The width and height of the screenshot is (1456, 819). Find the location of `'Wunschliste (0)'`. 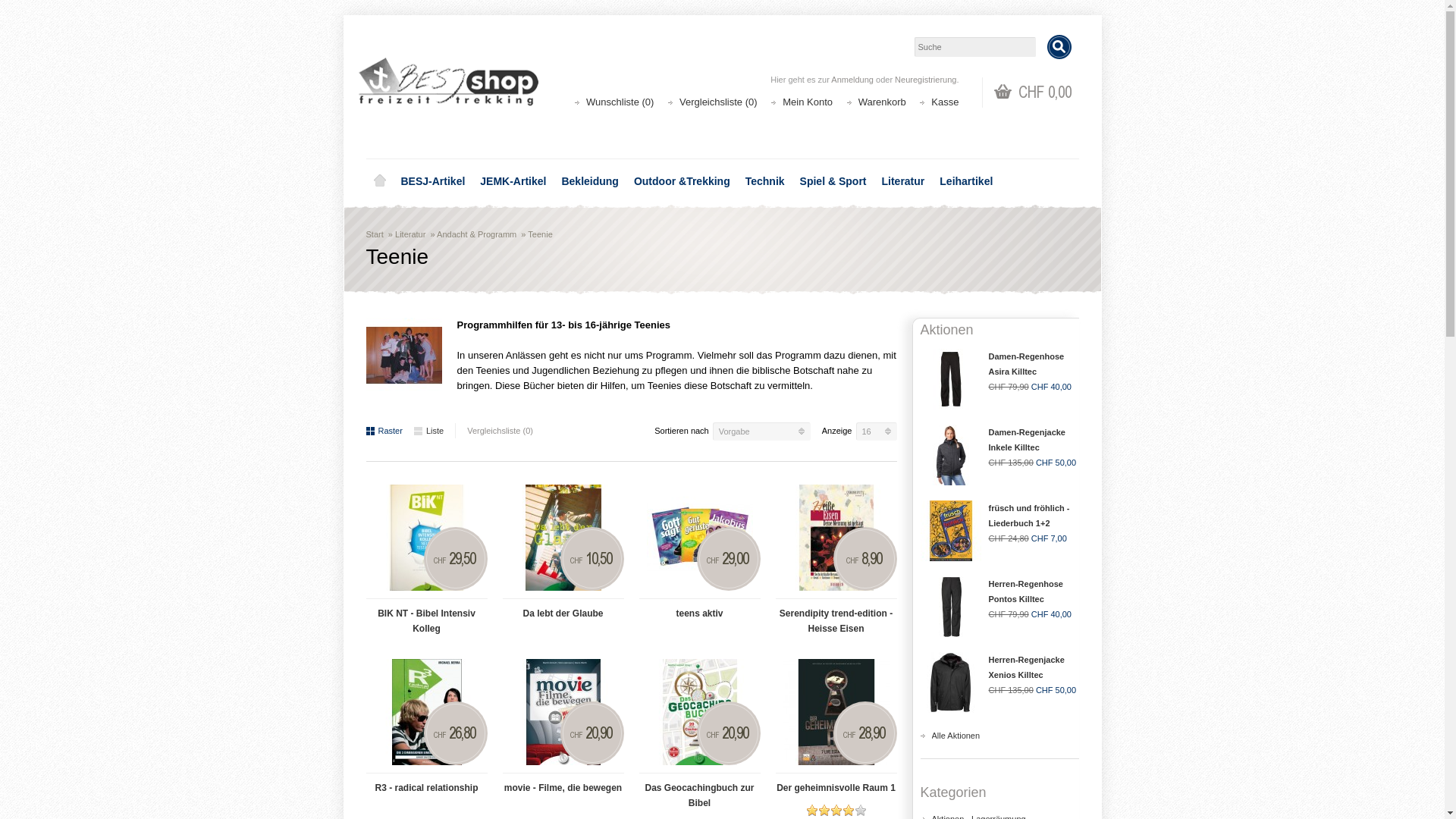

'Wunschliste (0)' is located at coordinates (620, 102).